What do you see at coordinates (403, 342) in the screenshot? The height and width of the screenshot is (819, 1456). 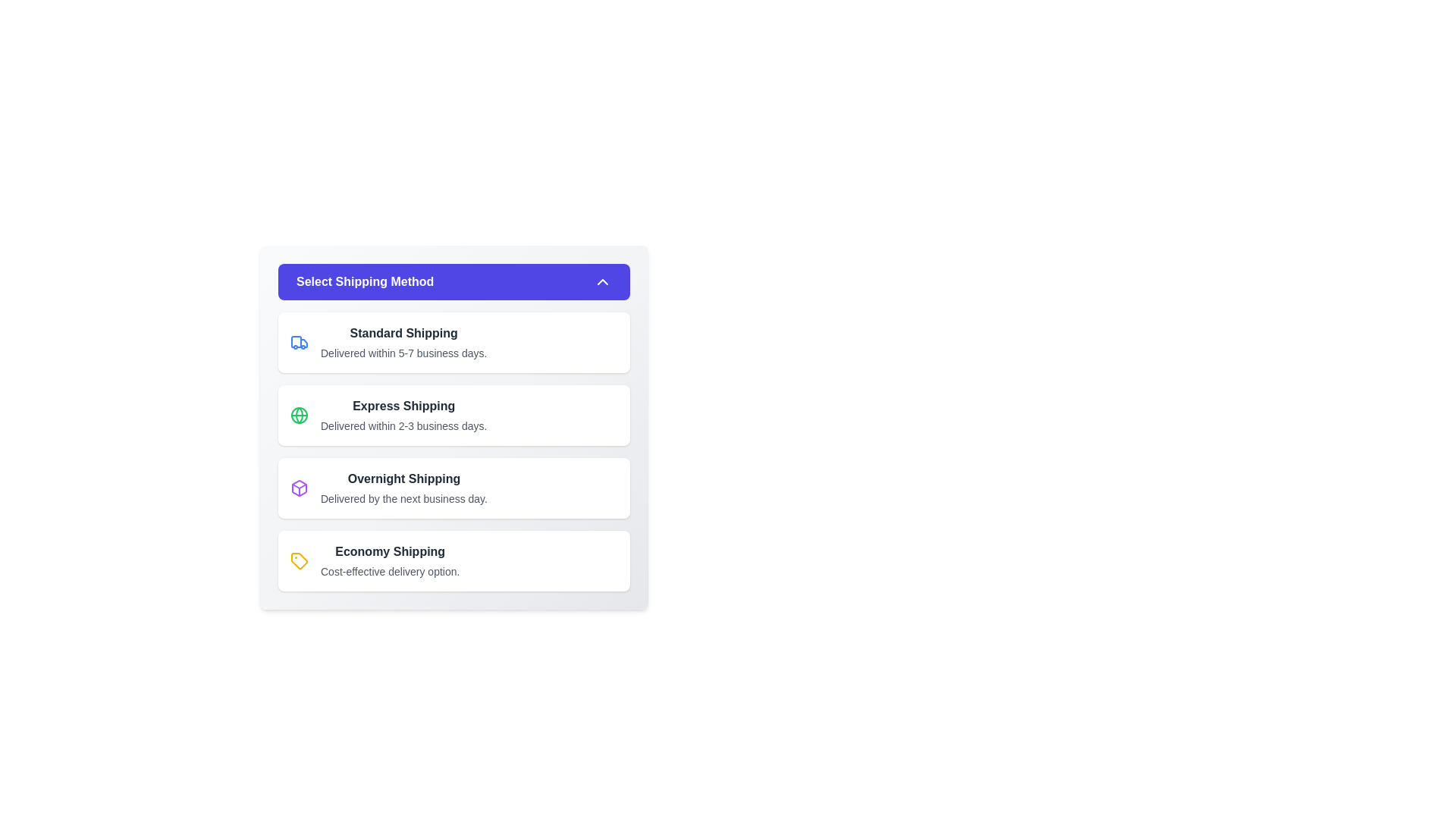 I see `the 'Standard Shipping' textual information block` at bounding box center [403, 342].